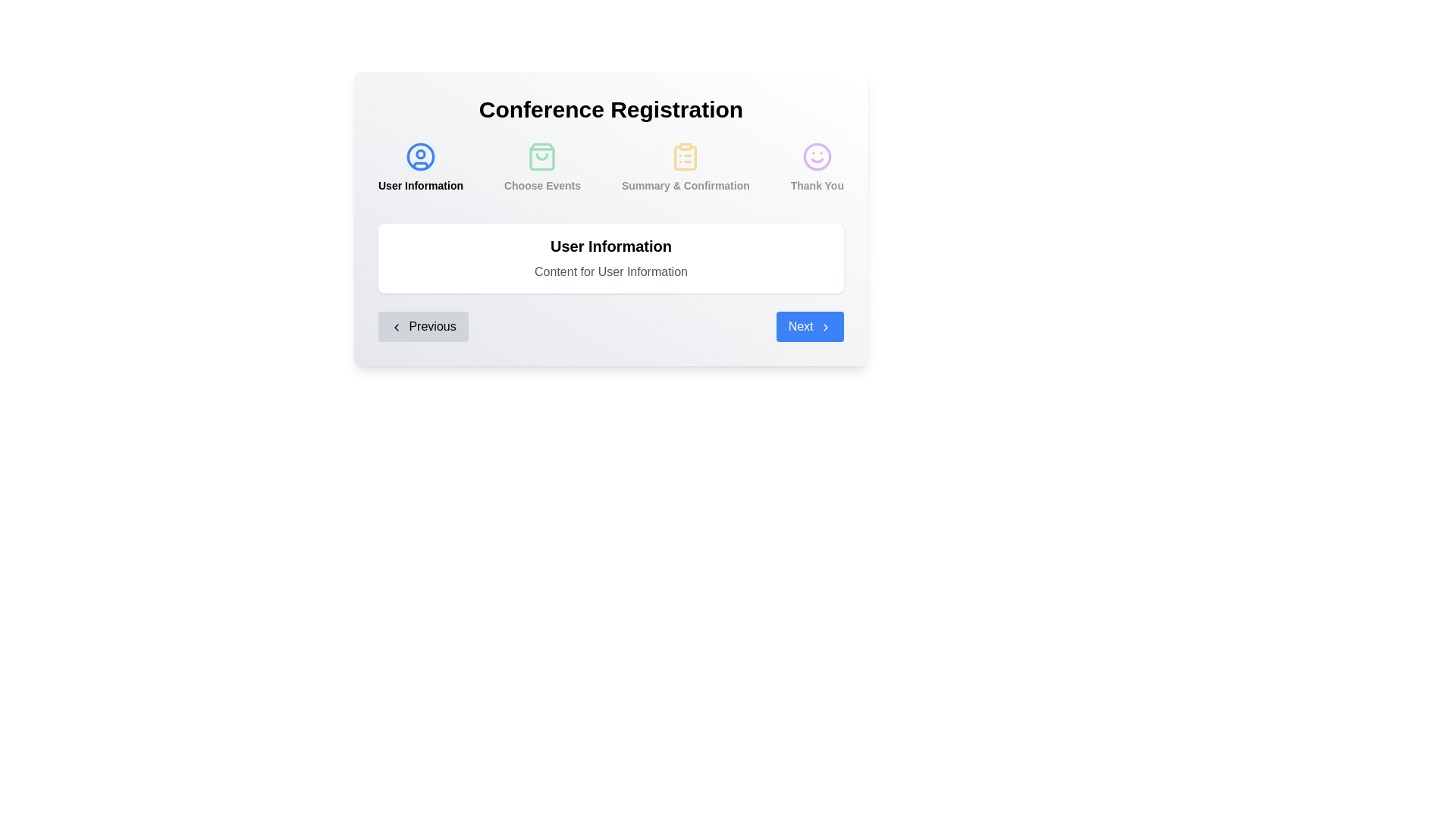  Describe the element at coordinates (421, 157) in the screenshot. I see `the circular user icon outlined in blue, located to the upper left of the 'User Information' text header in the step sequence` at that location.